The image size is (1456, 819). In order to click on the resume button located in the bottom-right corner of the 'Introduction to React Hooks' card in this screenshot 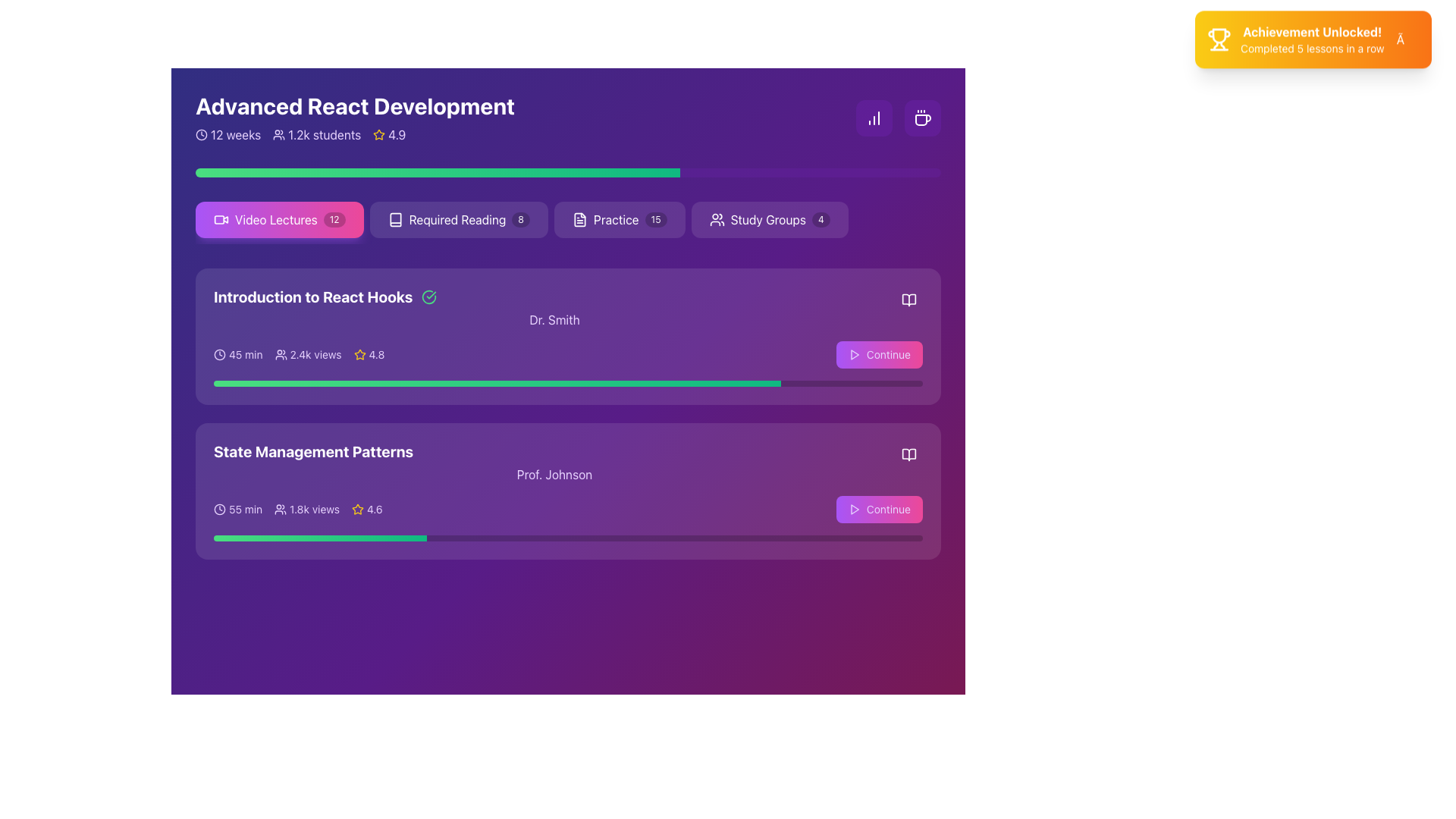, I will do `click(879, 354)`.